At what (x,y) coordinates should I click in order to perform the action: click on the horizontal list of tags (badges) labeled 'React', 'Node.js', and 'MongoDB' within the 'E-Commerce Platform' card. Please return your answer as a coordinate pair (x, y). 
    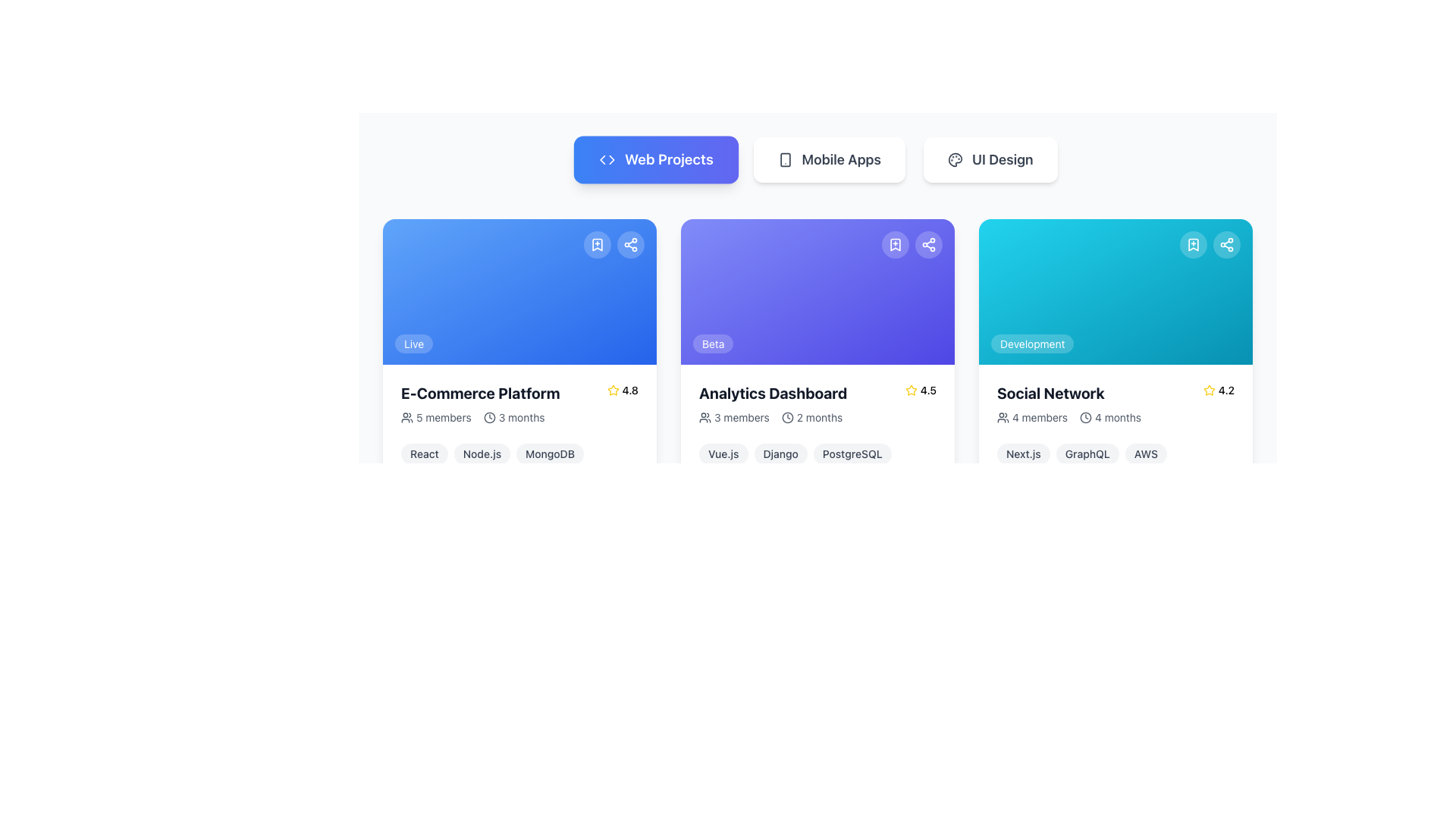
    Looking at the image, I should click on (519, 453).